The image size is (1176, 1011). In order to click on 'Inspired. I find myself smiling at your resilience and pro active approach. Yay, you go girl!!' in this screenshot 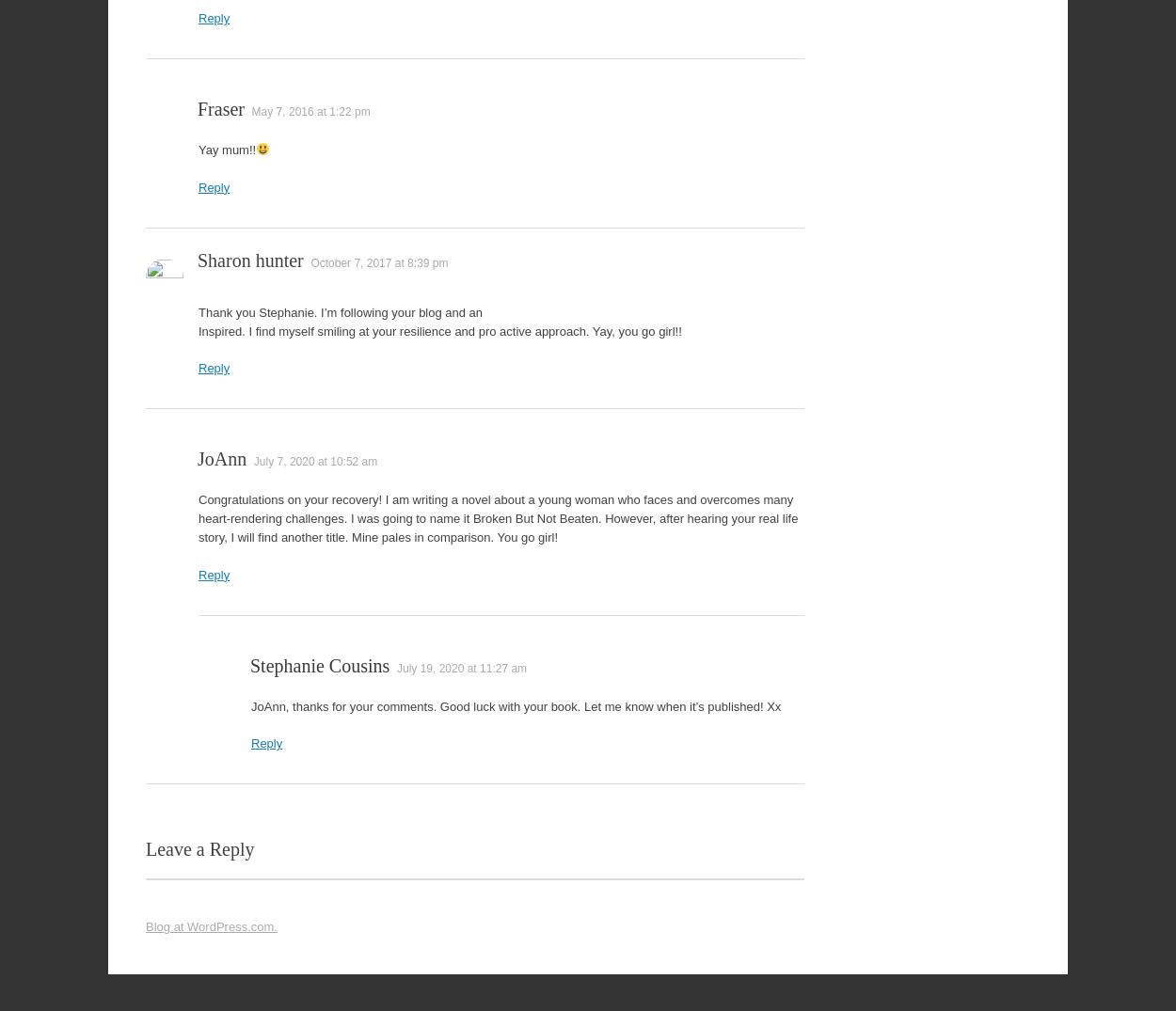, I will do `click(438, 330)`.